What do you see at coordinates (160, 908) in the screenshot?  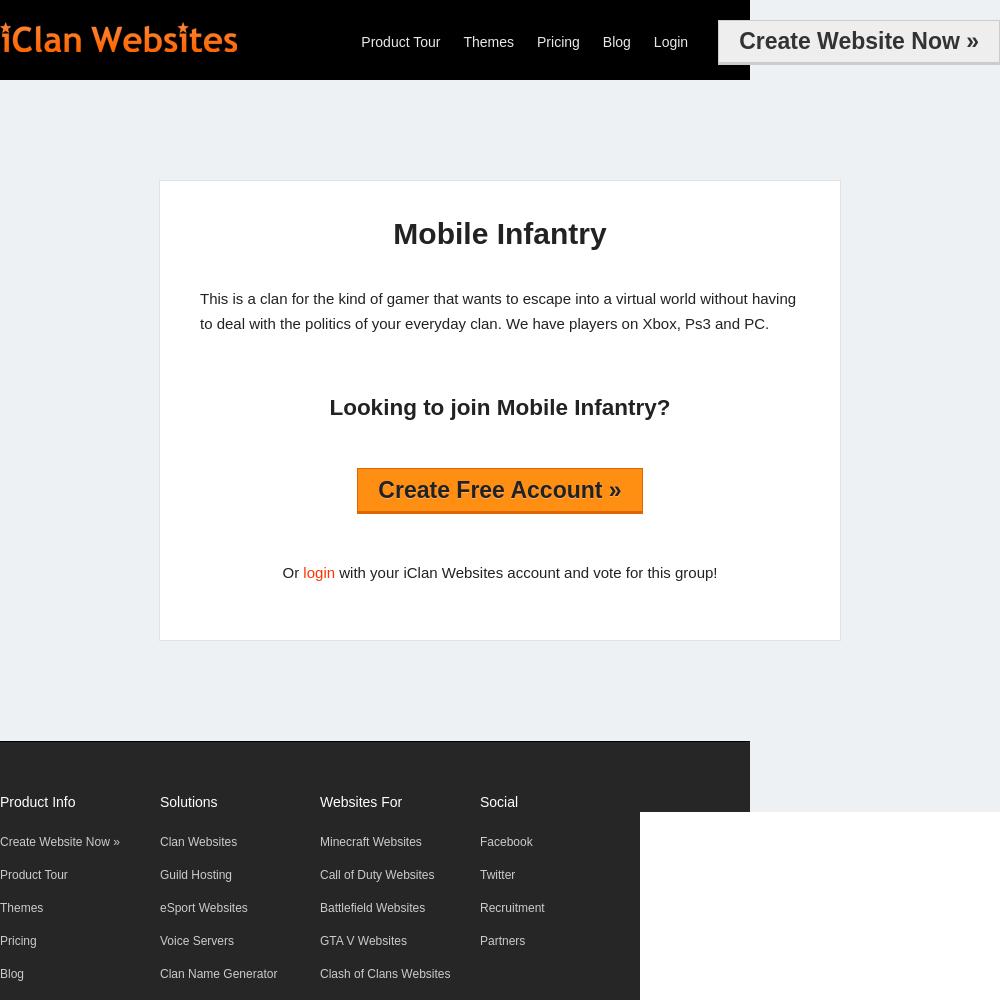 I see `'eSport Websites'` at bounding box center [160, 908].